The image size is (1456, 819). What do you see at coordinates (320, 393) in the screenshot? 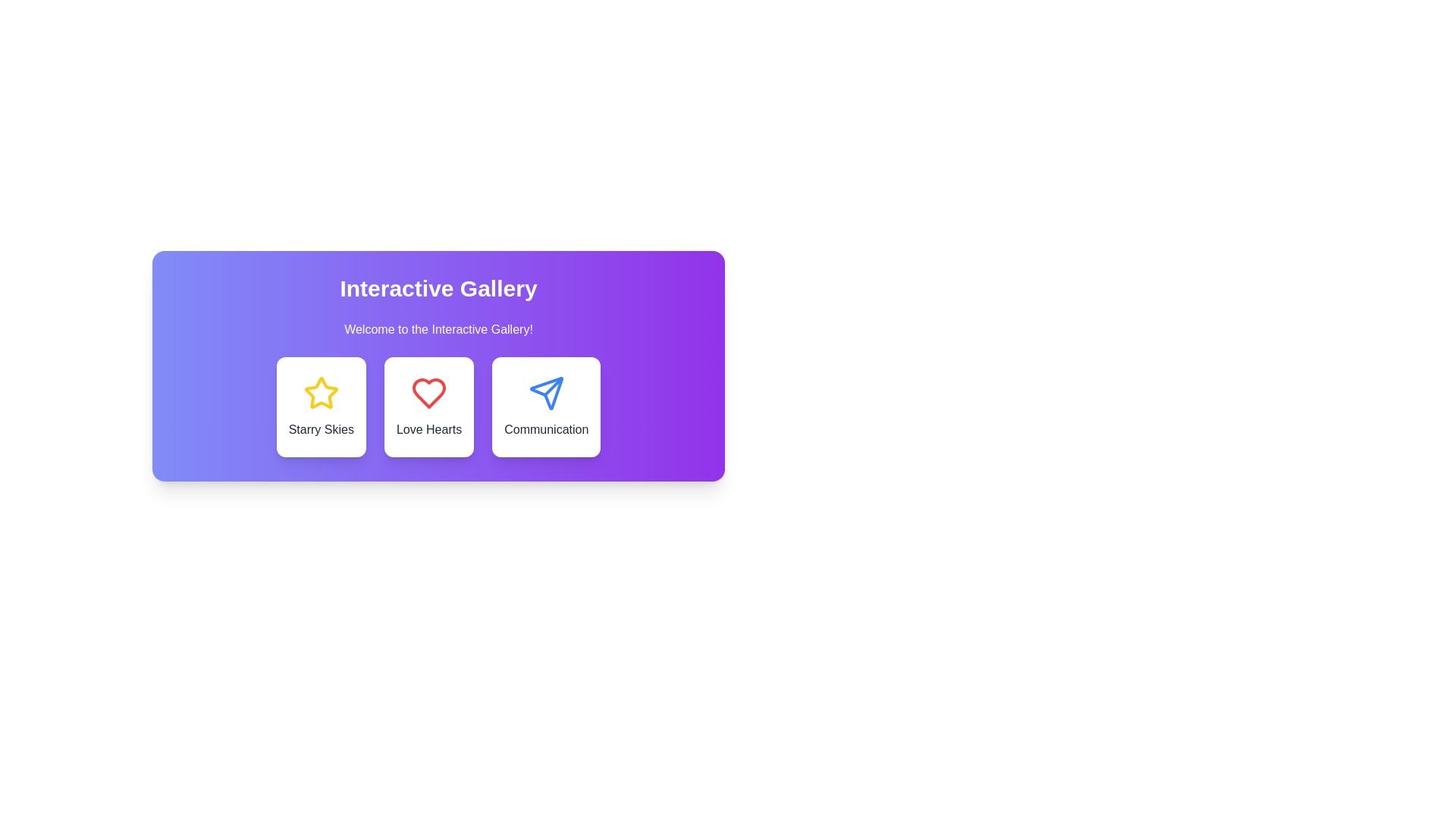
I see `the 'Starry Skies' icon, which is a decorative star graphic located inside a white card in the middle-left column of the interactive gallery layout` at bounding box center [320, 393].